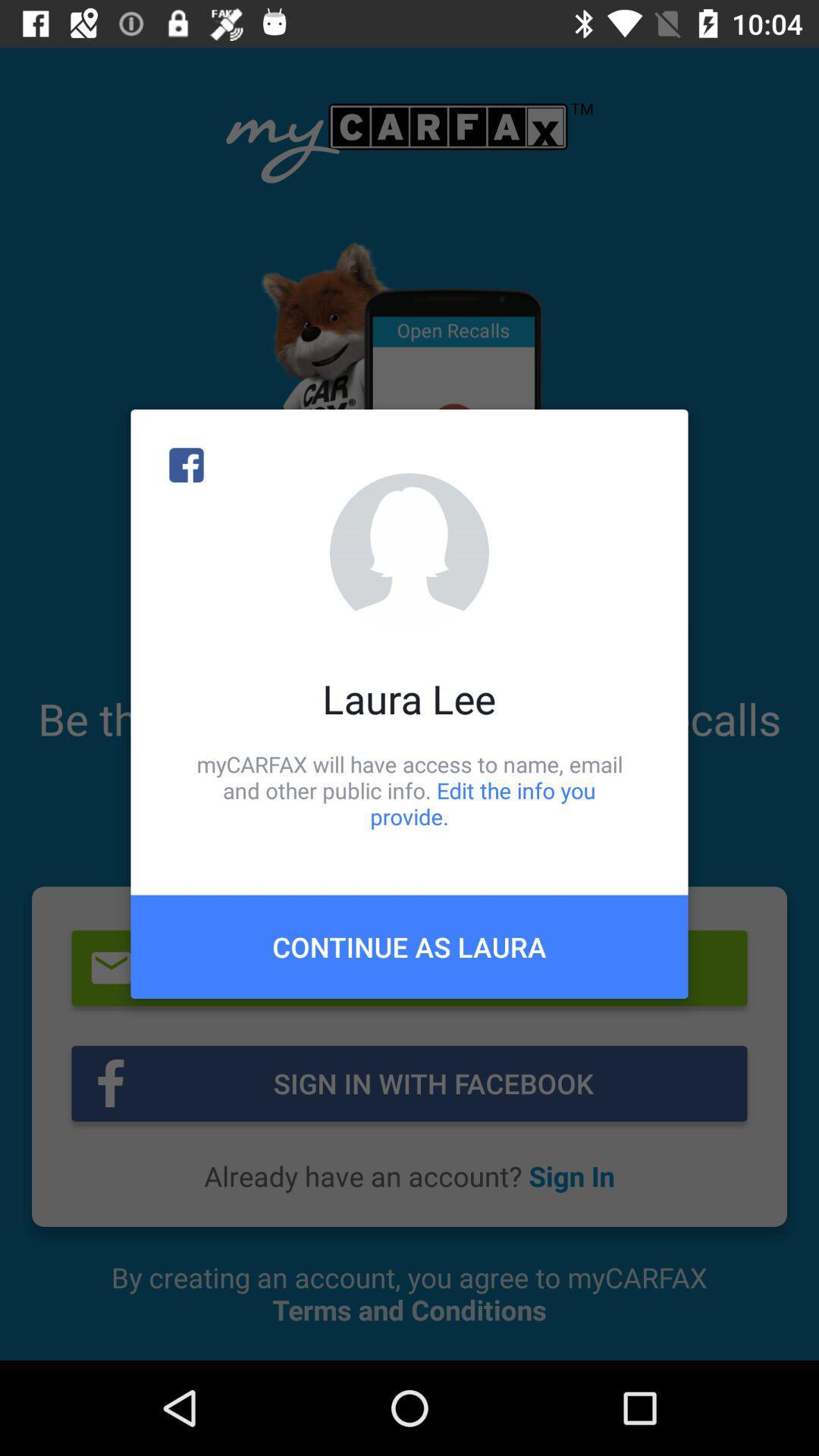  I want to click on the icon above continue as laura item, so click(409, 789).